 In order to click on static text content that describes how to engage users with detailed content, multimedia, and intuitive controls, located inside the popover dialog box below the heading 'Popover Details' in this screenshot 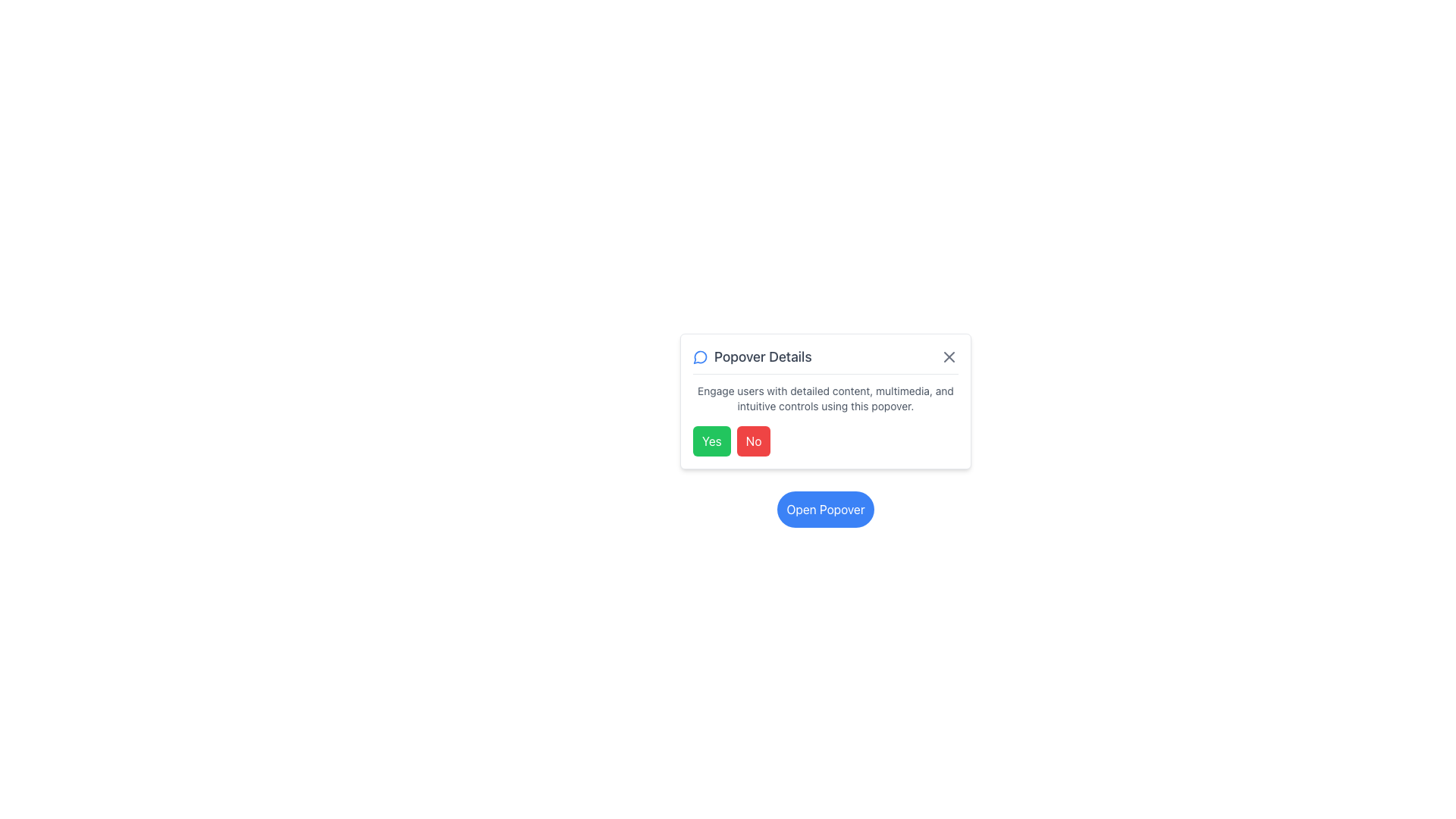, I will do `click(825, 397)`.